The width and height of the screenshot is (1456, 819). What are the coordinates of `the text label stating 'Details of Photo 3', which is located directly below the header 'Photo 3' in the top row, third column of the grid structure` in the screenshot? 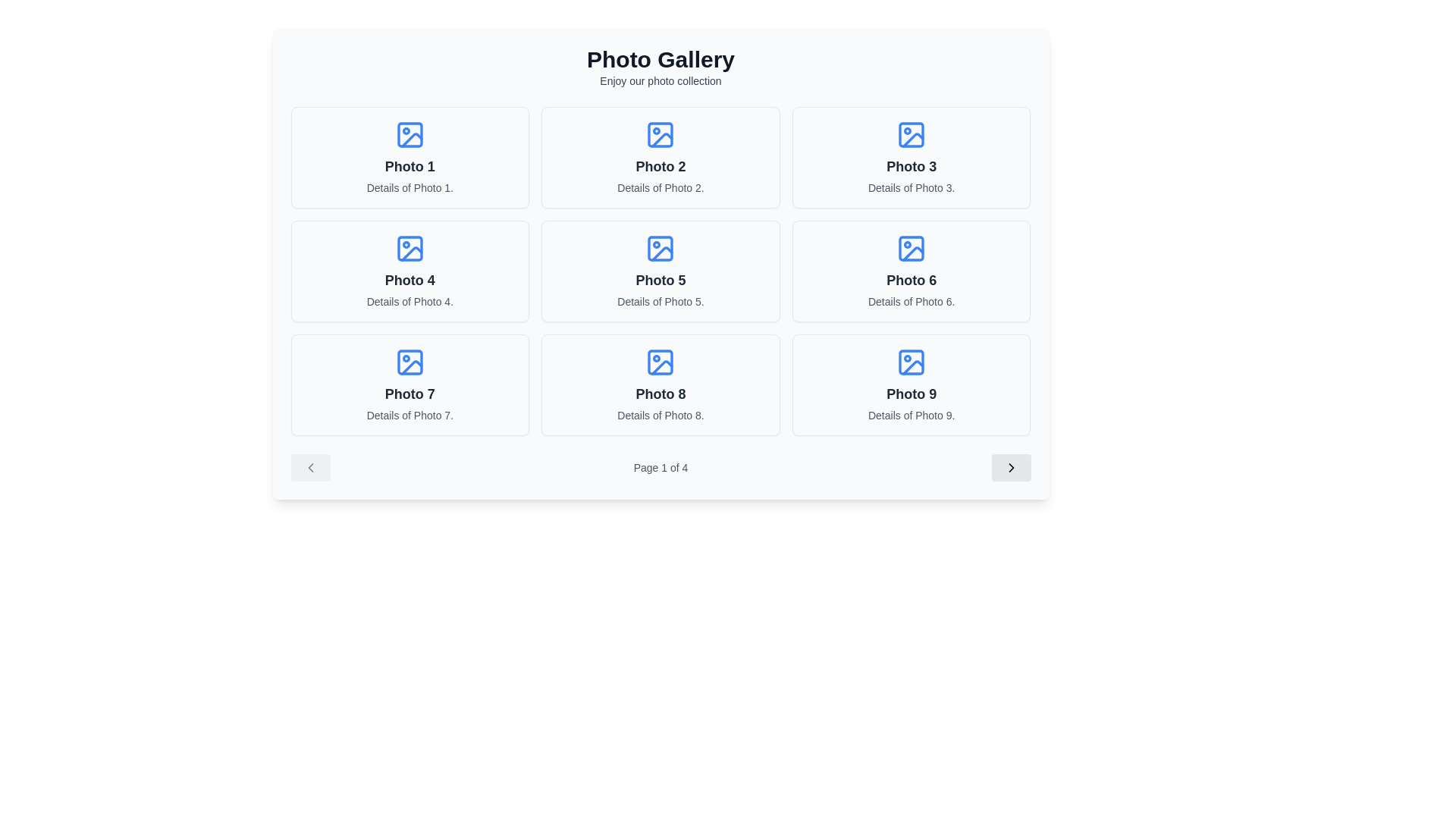 It's located at (911, 187).